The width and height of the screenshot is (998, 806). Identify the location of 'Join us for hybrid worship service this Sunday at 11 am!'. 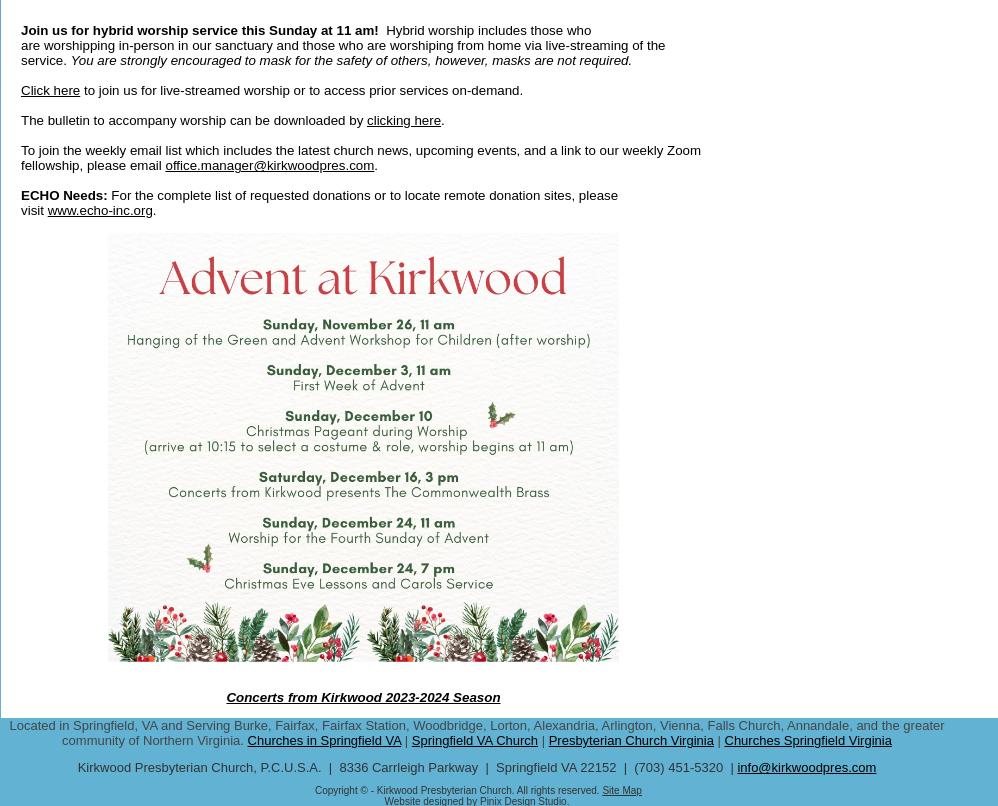
(203, 30).